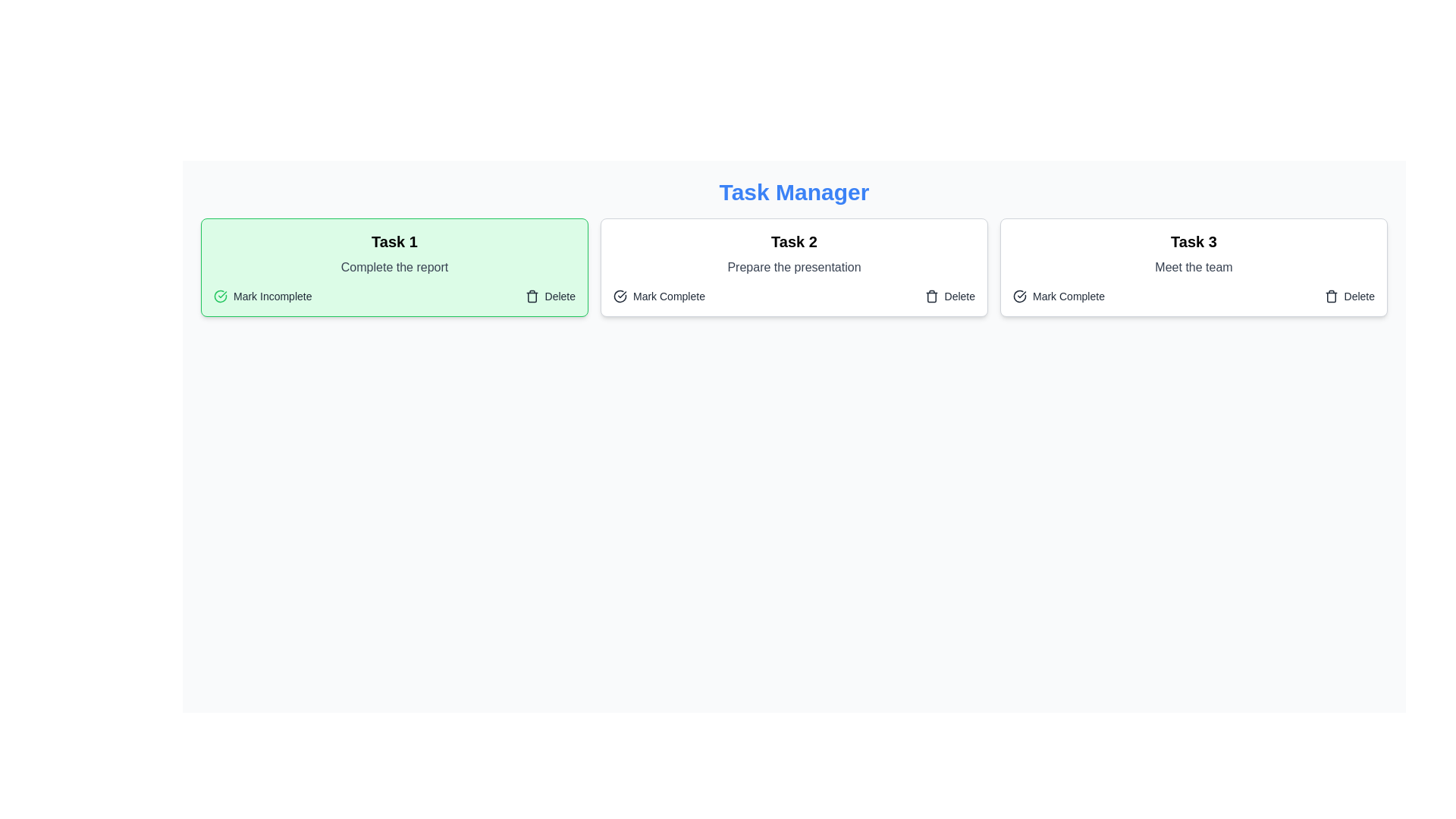 The image size is (1456, 819). Describe the element at coordinates (1359, 296) in the screenshot. I see `the interactive delete label located at the bottom-right corner of the 'Task 3' card, following the trash bin icon` at that location.